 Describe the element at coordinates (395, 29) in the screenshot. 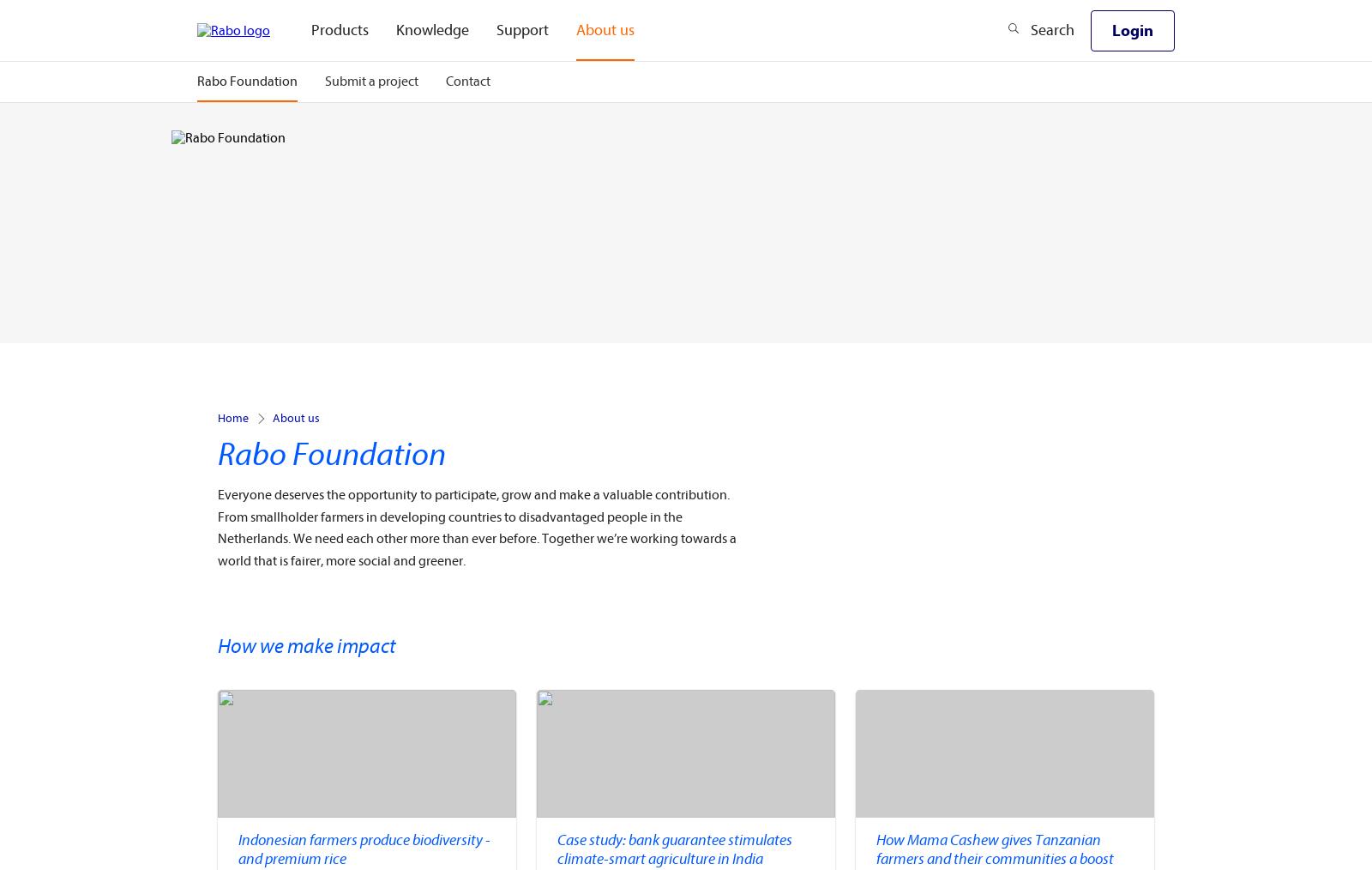

I see `'Knowledge'` at that location.